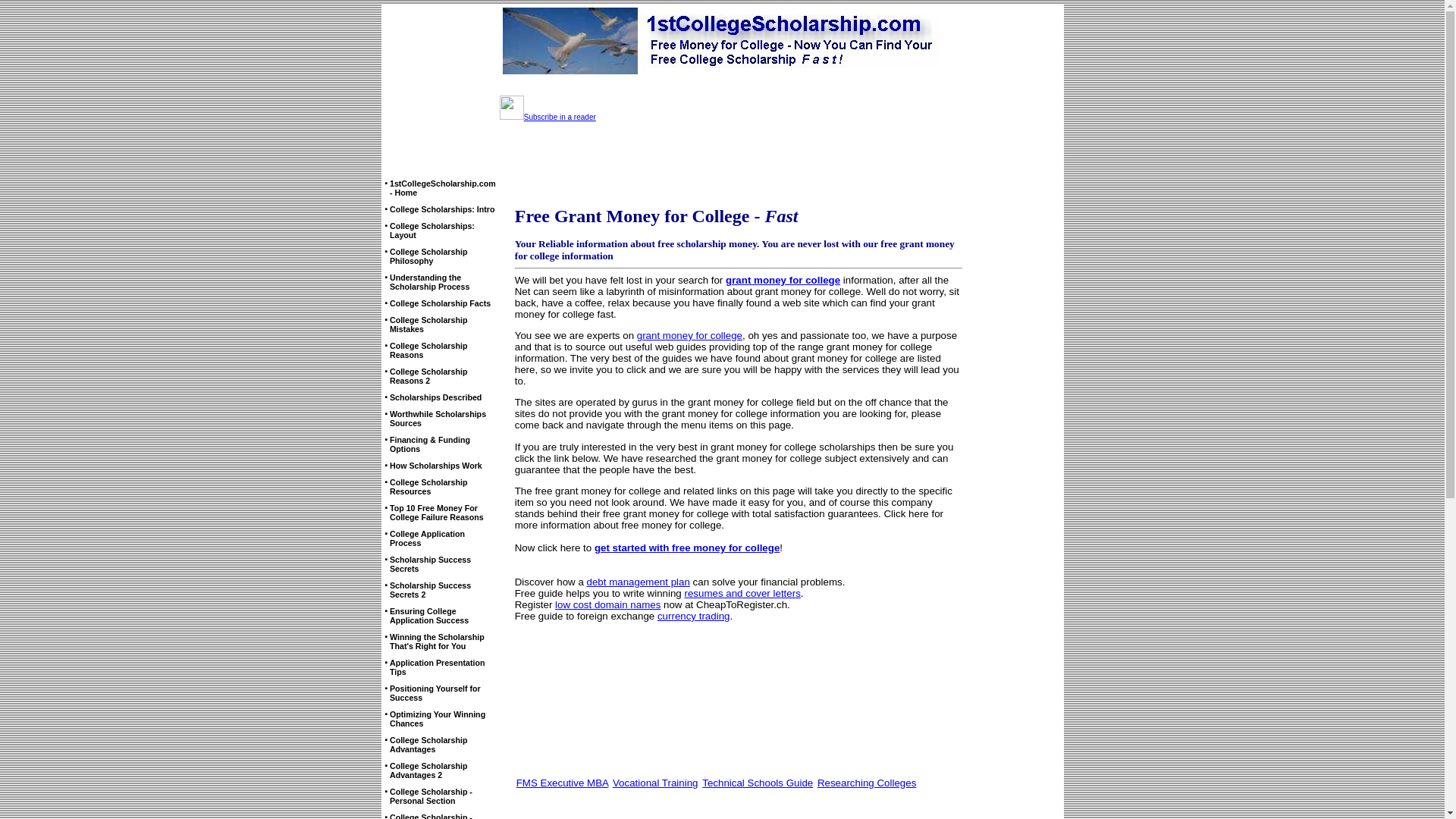  What do you see at coordinates (389, 537) in the screenshot?
I see `'College Application Process'` at bounding box center [389, 537].